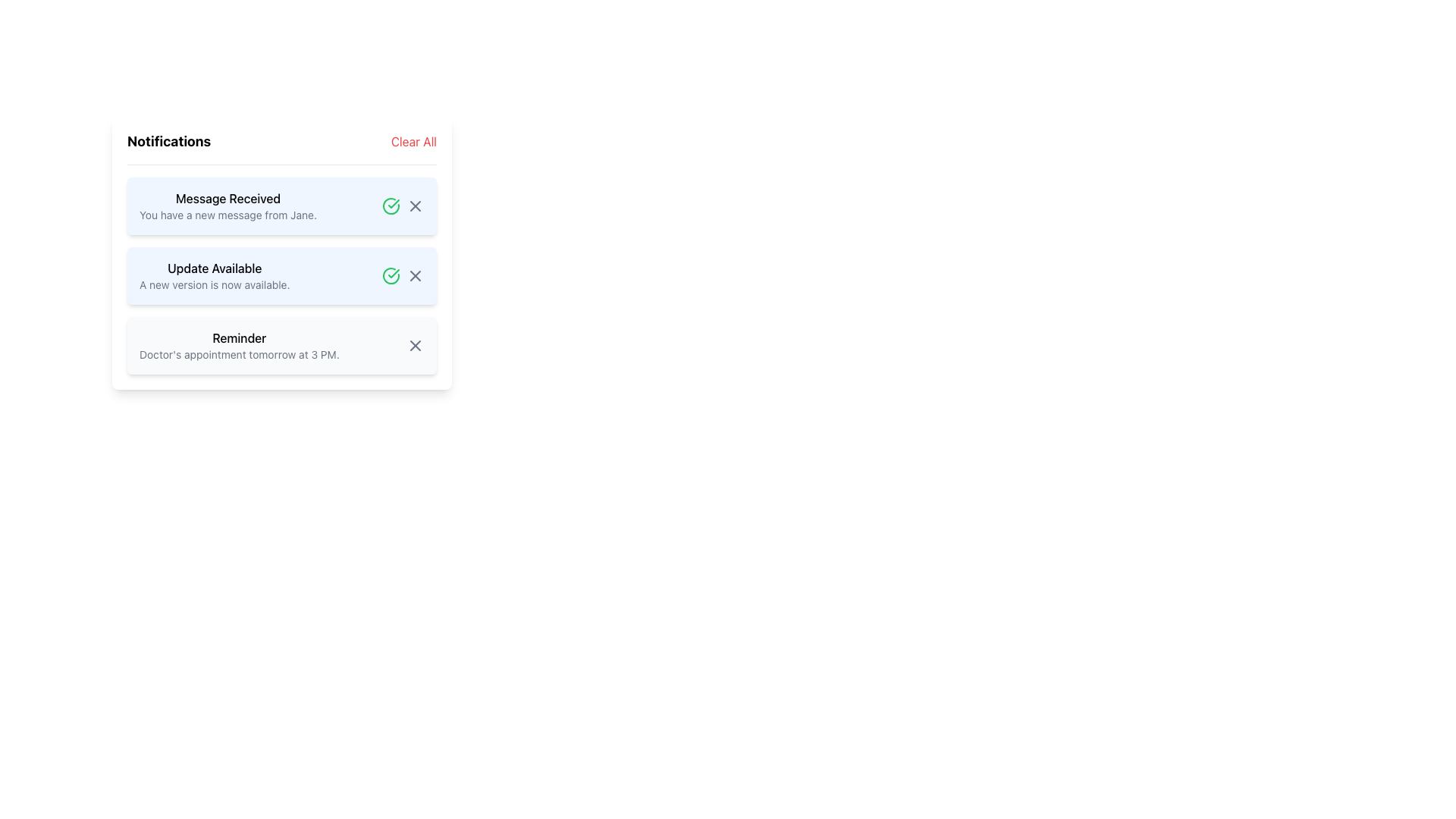 This screenshot has height=819, width=1456. Describe the element at coordinates (169, 141) in the screenshot. I see `text content of the bold header labeled 'Notifications', which is positioned prominently at the top-left corner of the notification panel` at that location.